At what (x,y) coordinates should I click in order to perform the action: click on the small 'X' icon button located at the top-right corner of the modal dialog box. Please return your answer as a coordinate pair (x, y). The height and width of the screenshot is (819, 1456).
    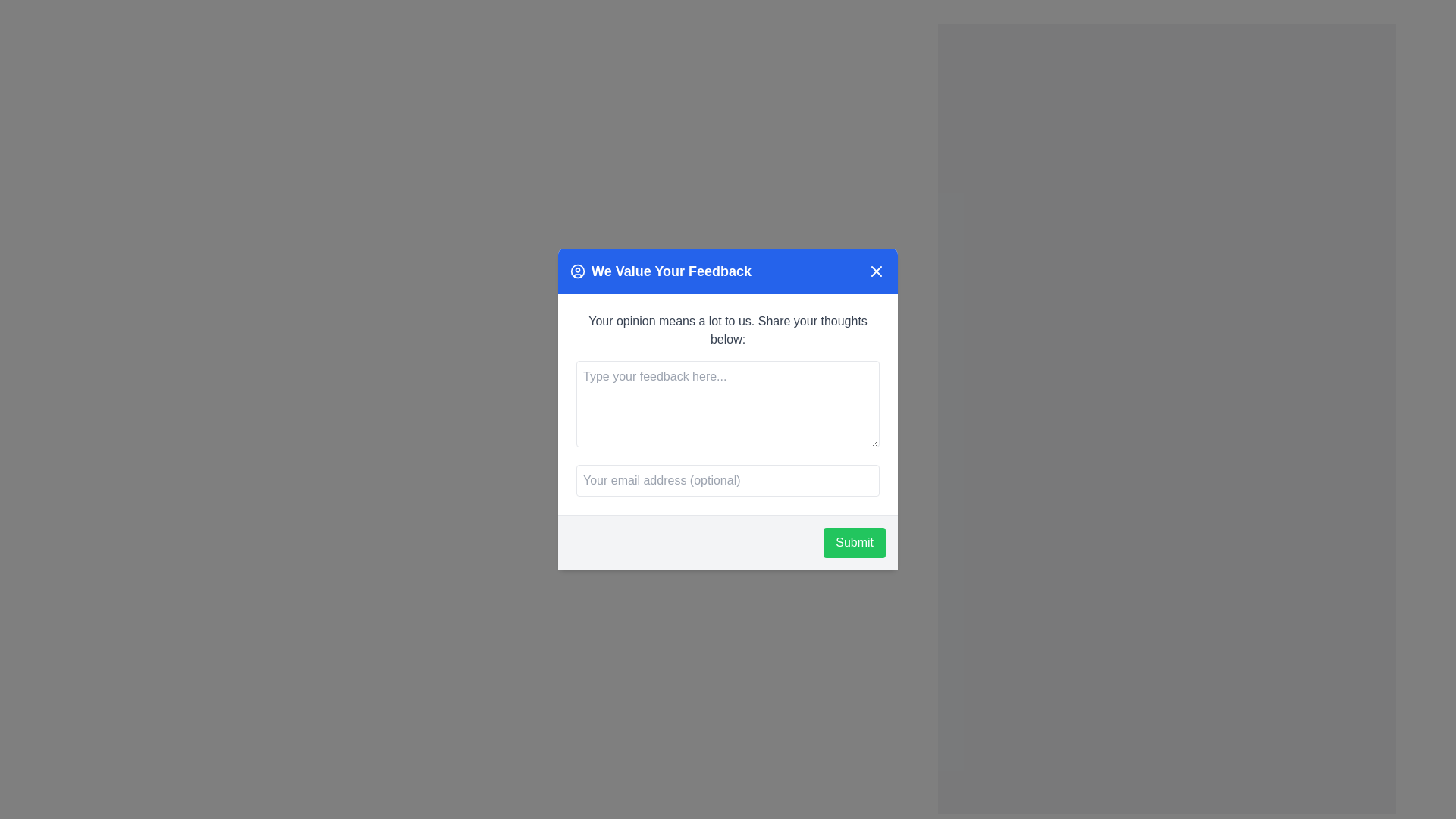
    Looking at the image, I should click on (877, 271).